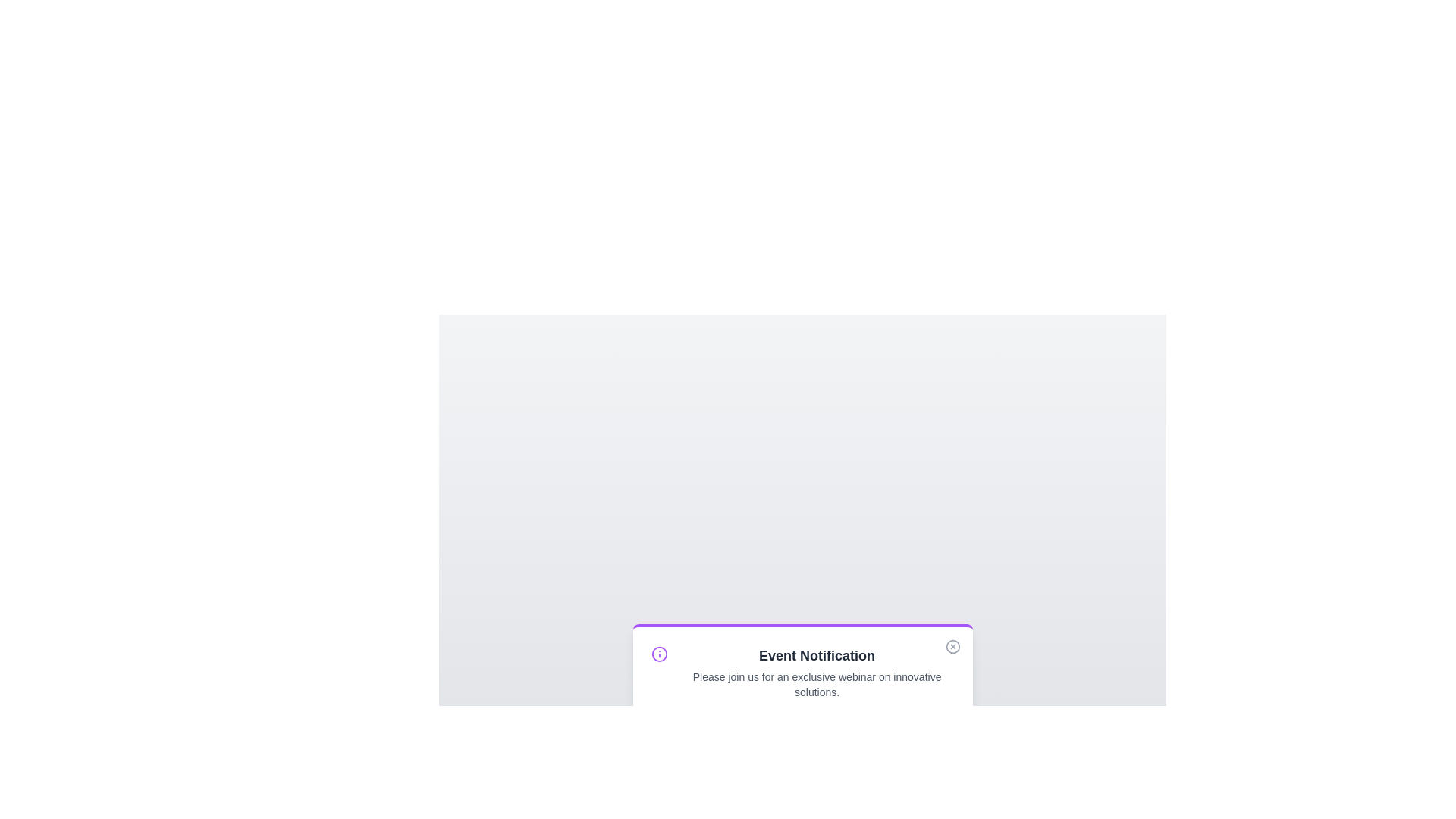 This screenshot has width=1456, height=819. Describe the element at coordinates (658, 654) in the screenshot. I see `the informational icon to inspect it` at that location.